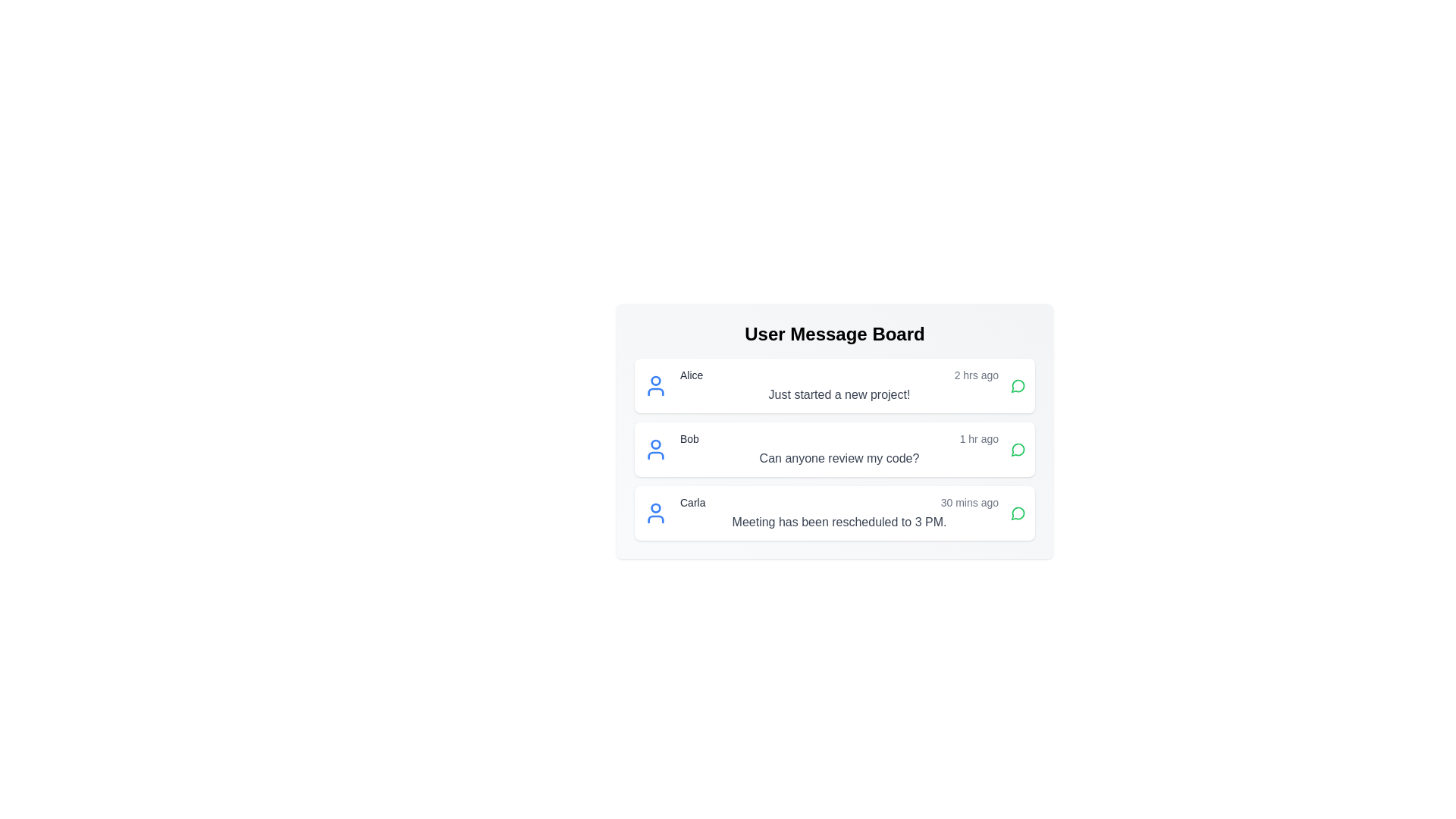 The height and width of the screenshot is (819, 1456). What do you see at coordinates (655, 449) in the screenshot?
I see `the user icon corresponding to Bob` at bounding box center [655, 449].